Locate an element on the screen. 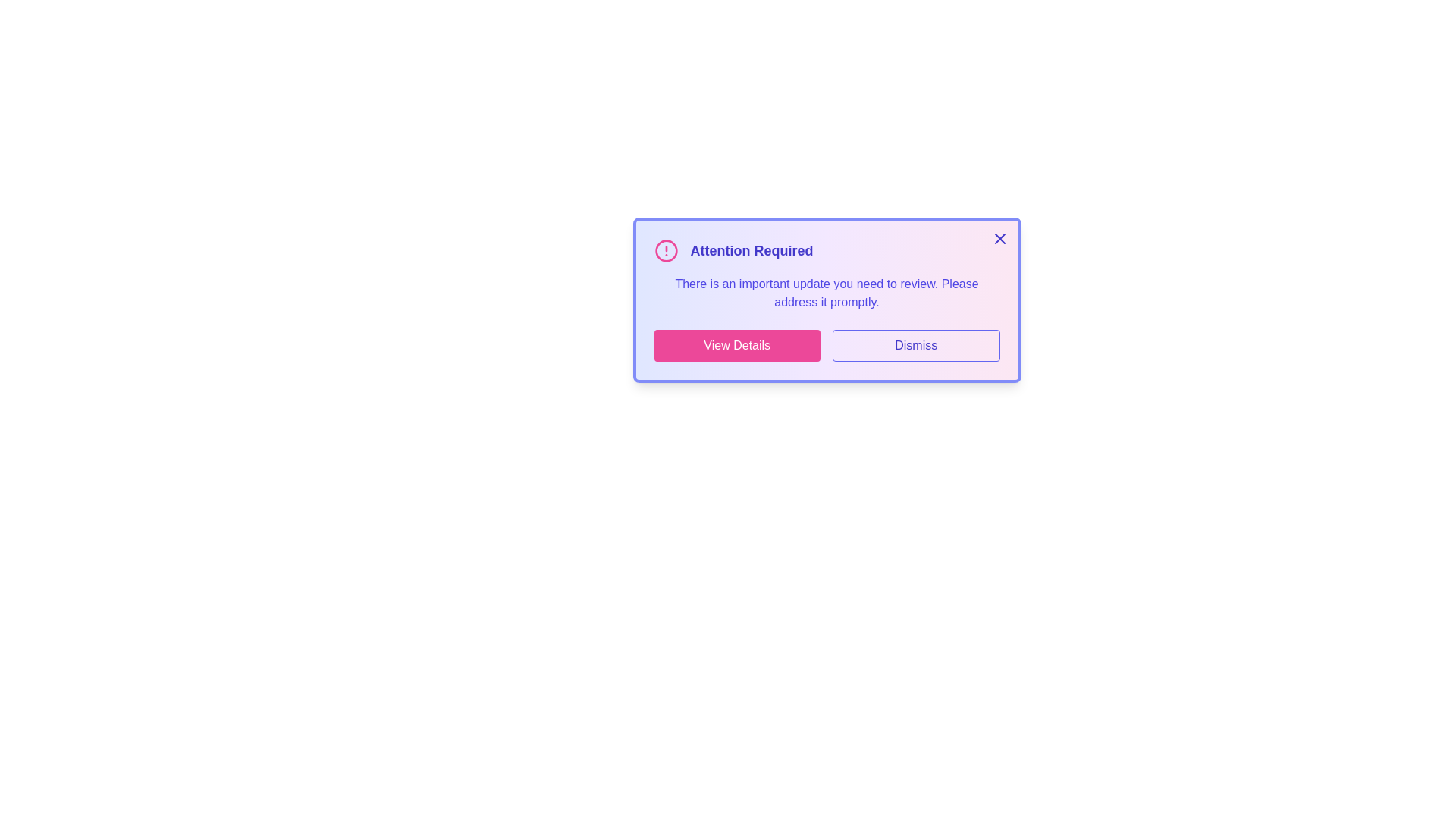 Image resolution: width=1456 pixels, height=819 pixels. 'View Details' button to navigate to further details is located at coordinates (736, 345).